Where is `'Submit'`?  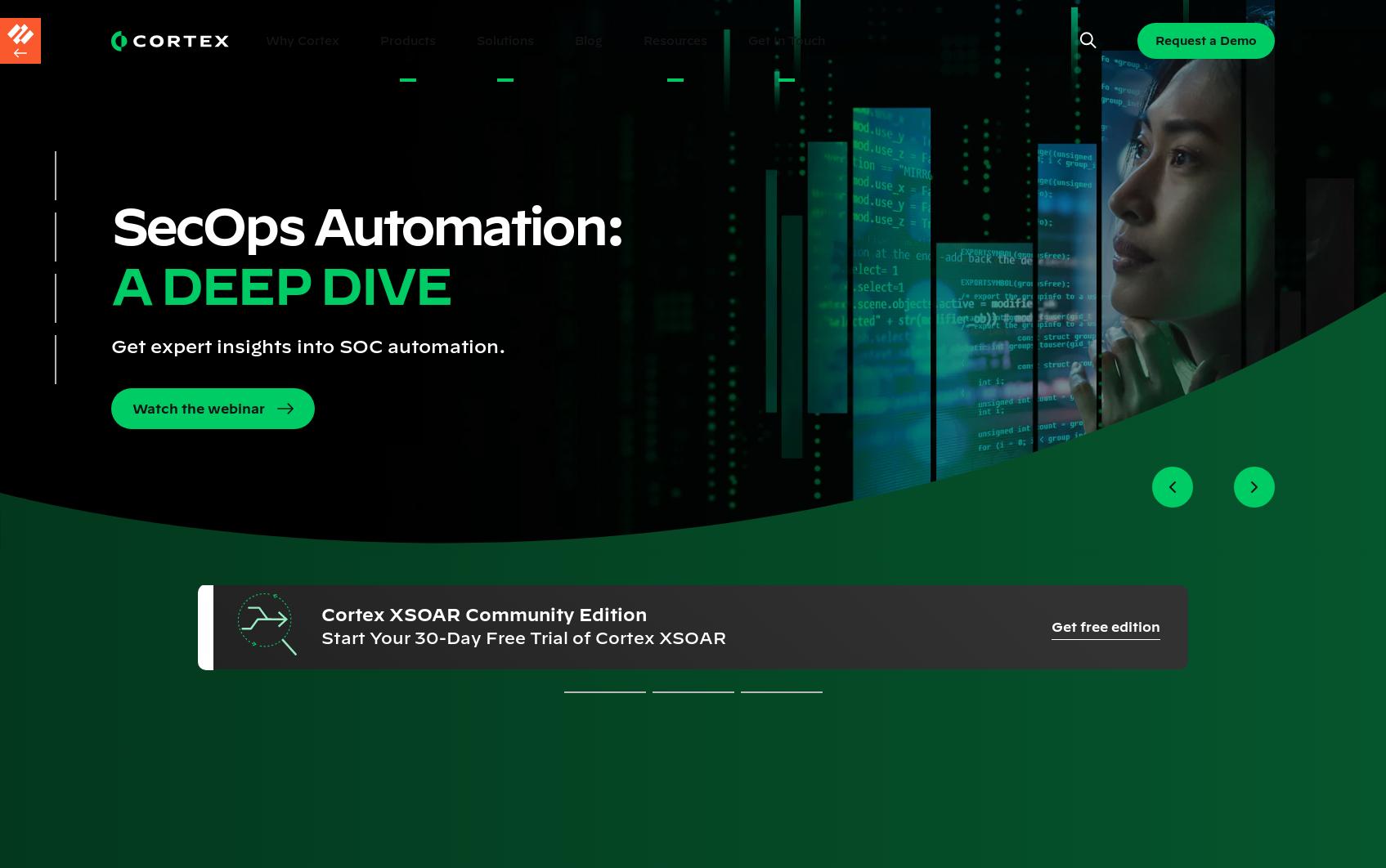
'Submit' is located at coordinates (191, 740).